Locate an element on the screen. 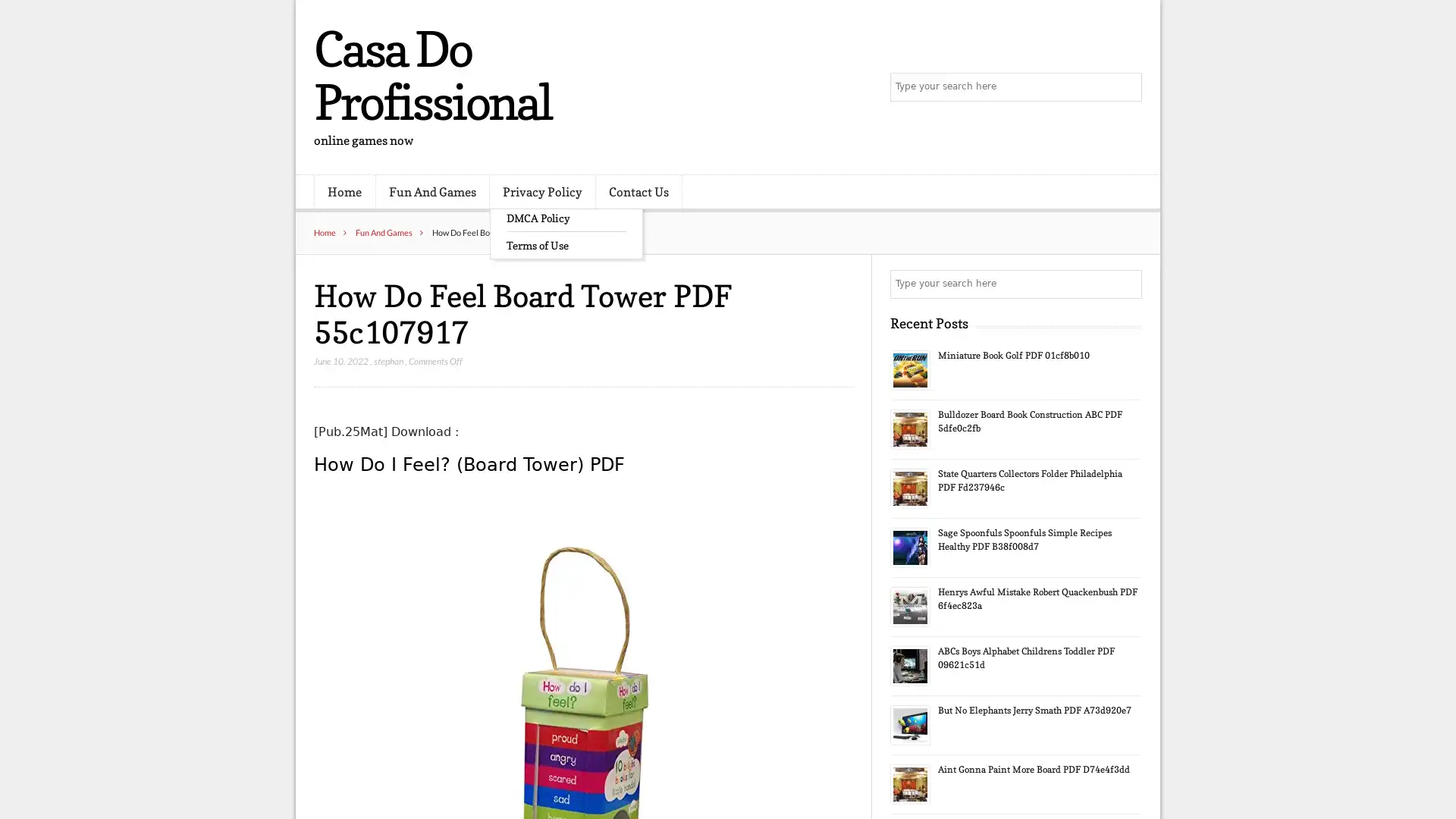 The height and width of the screenshot is (819, 1456). Search is located at coordinates (1126, 87).